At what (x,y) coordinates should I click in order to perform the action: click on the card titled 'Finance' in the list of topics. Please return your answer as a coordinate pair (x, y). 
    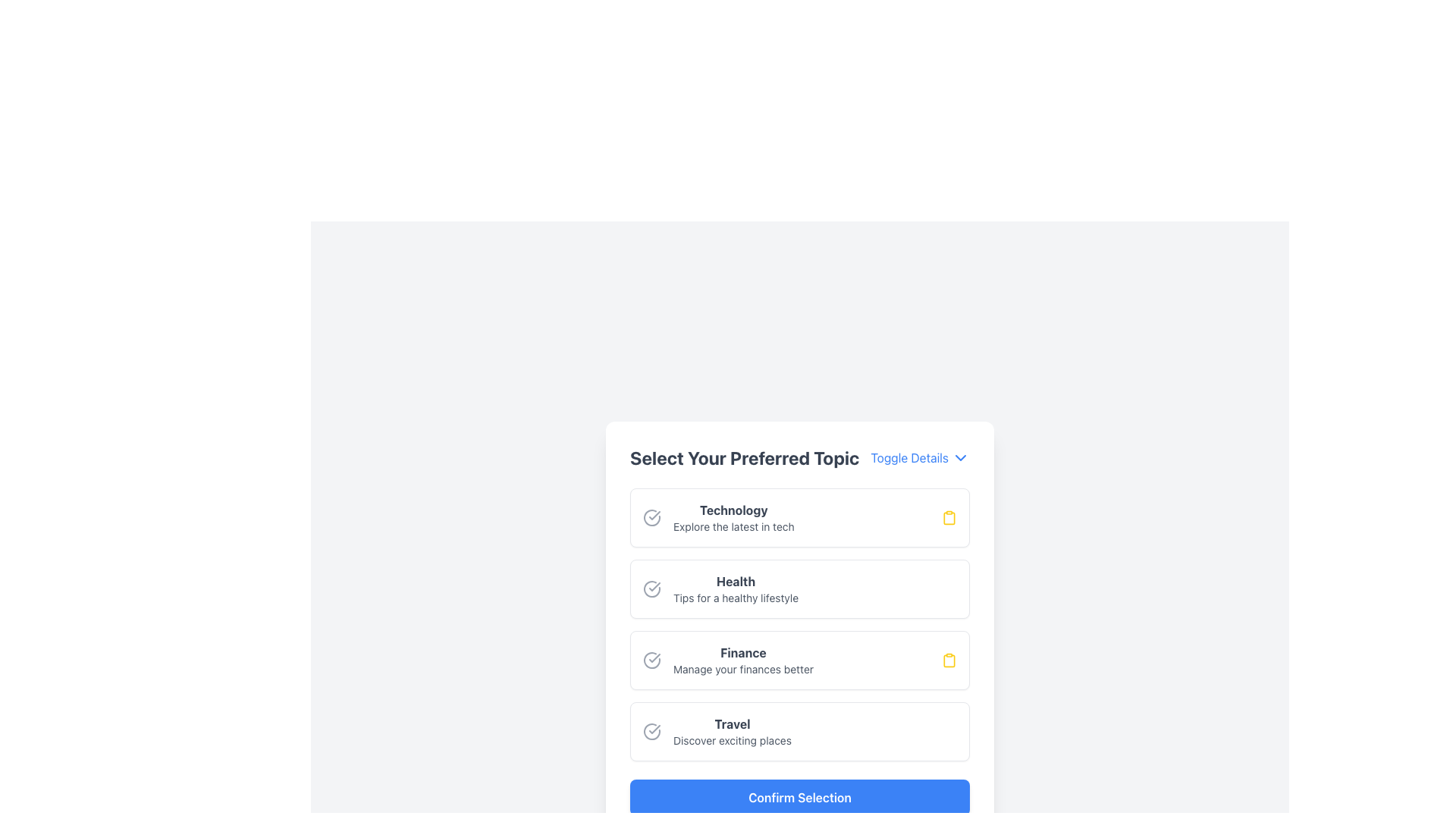
    Looking at the image, I should click on (799, 660).